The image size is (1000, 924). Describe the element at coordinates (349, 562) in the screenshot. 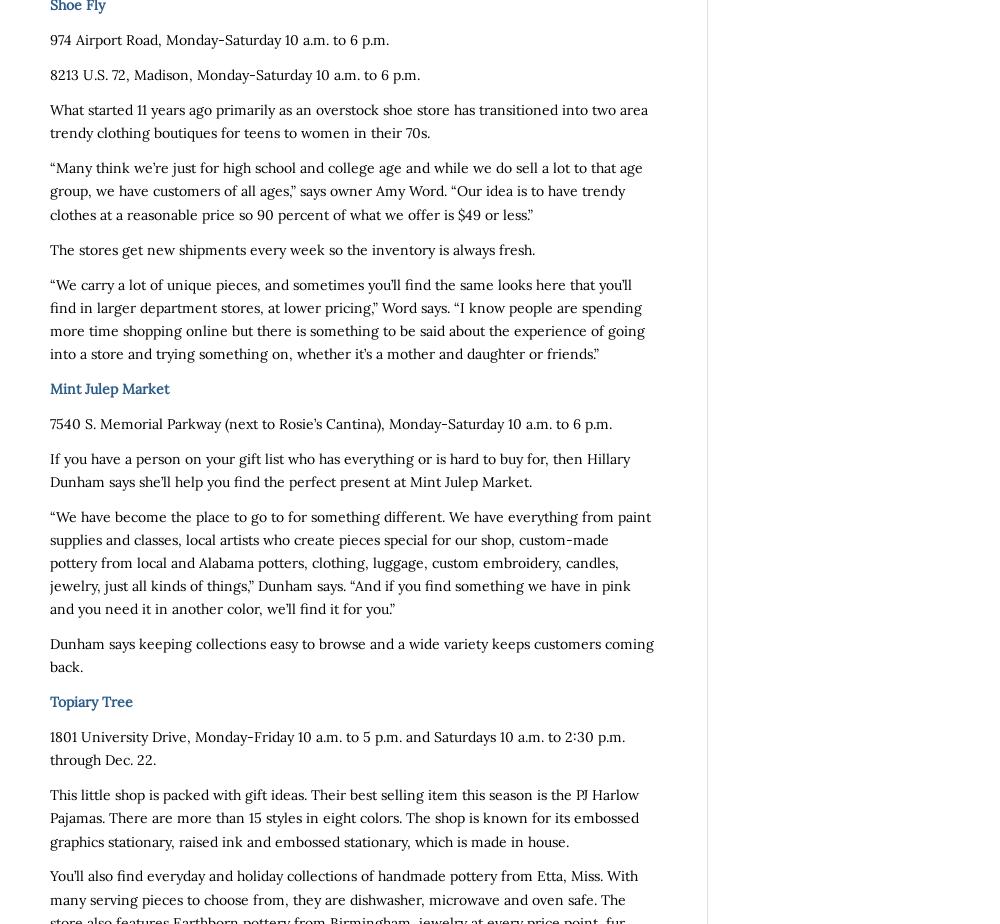

I see `'“We have become the place to go to for something different. We have everything from paint supplies and classes, local artists who create pieces special for our shop, custom-made pottery from local and Alabama potters, clothing, luggage, custom embroidery, candles, jewelry, just all kinds of things,” Dunham says. “And if you find something we have in pink and you need it in another color, we’ll find it for you.”'` at that location.